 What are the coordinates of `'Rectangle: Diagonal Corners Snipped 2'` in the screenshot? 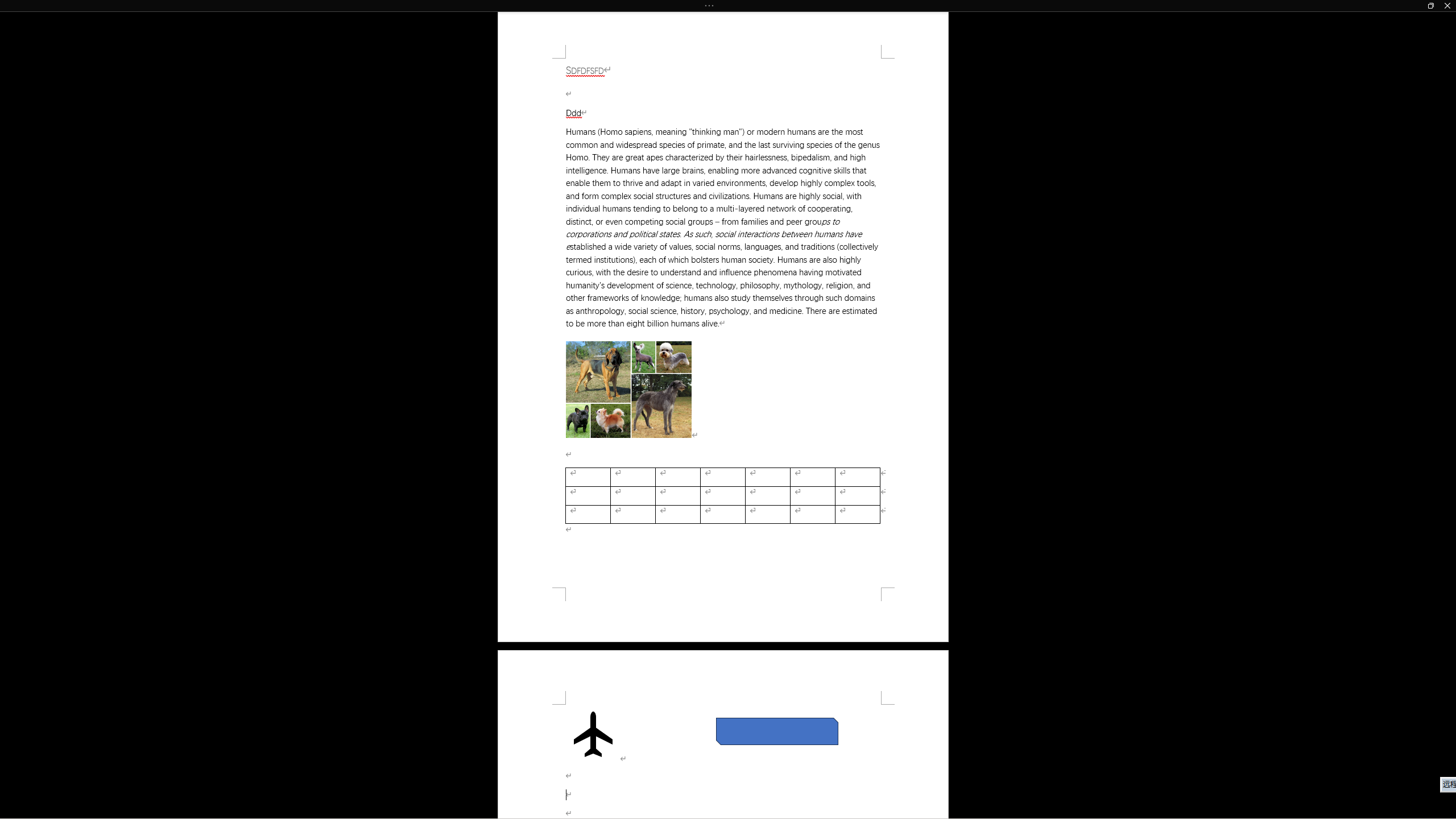 It's located at (777, 730).